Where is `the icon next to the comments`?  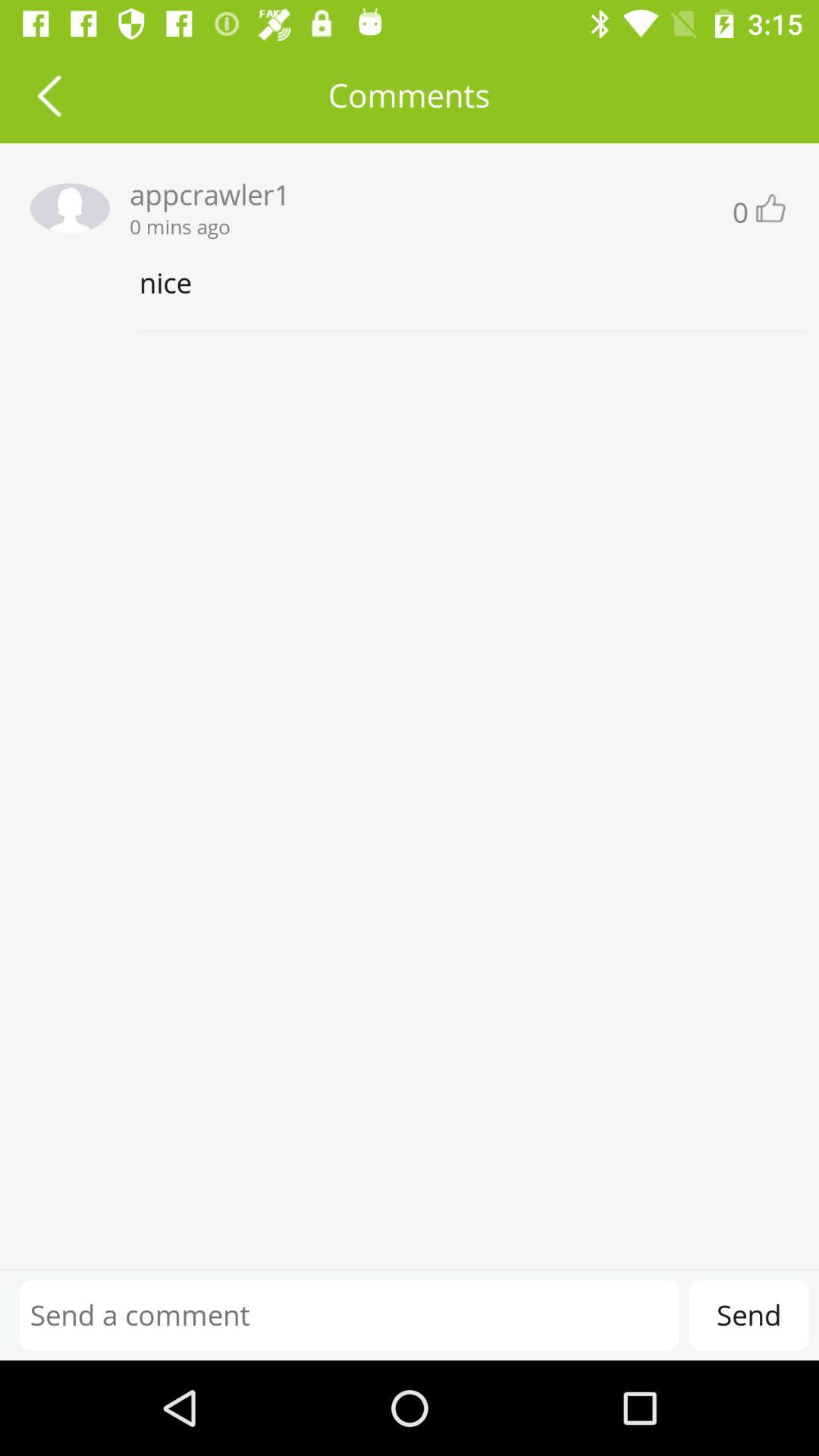 the icon next to the comments is located at coordinates (48, 94).